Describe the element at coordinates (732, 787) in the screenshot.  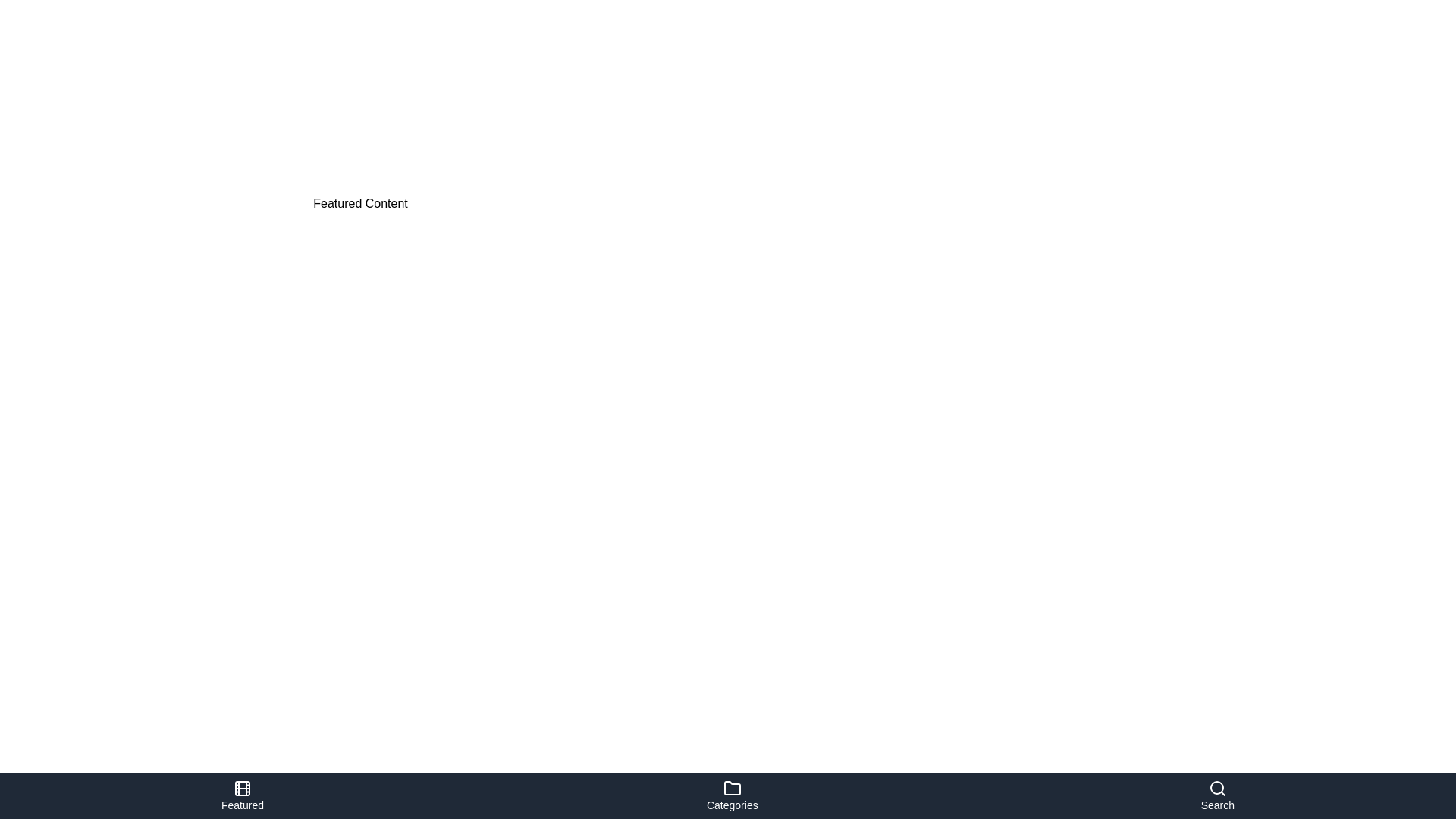
I see `the folder icon in the navigation bar` at that location.